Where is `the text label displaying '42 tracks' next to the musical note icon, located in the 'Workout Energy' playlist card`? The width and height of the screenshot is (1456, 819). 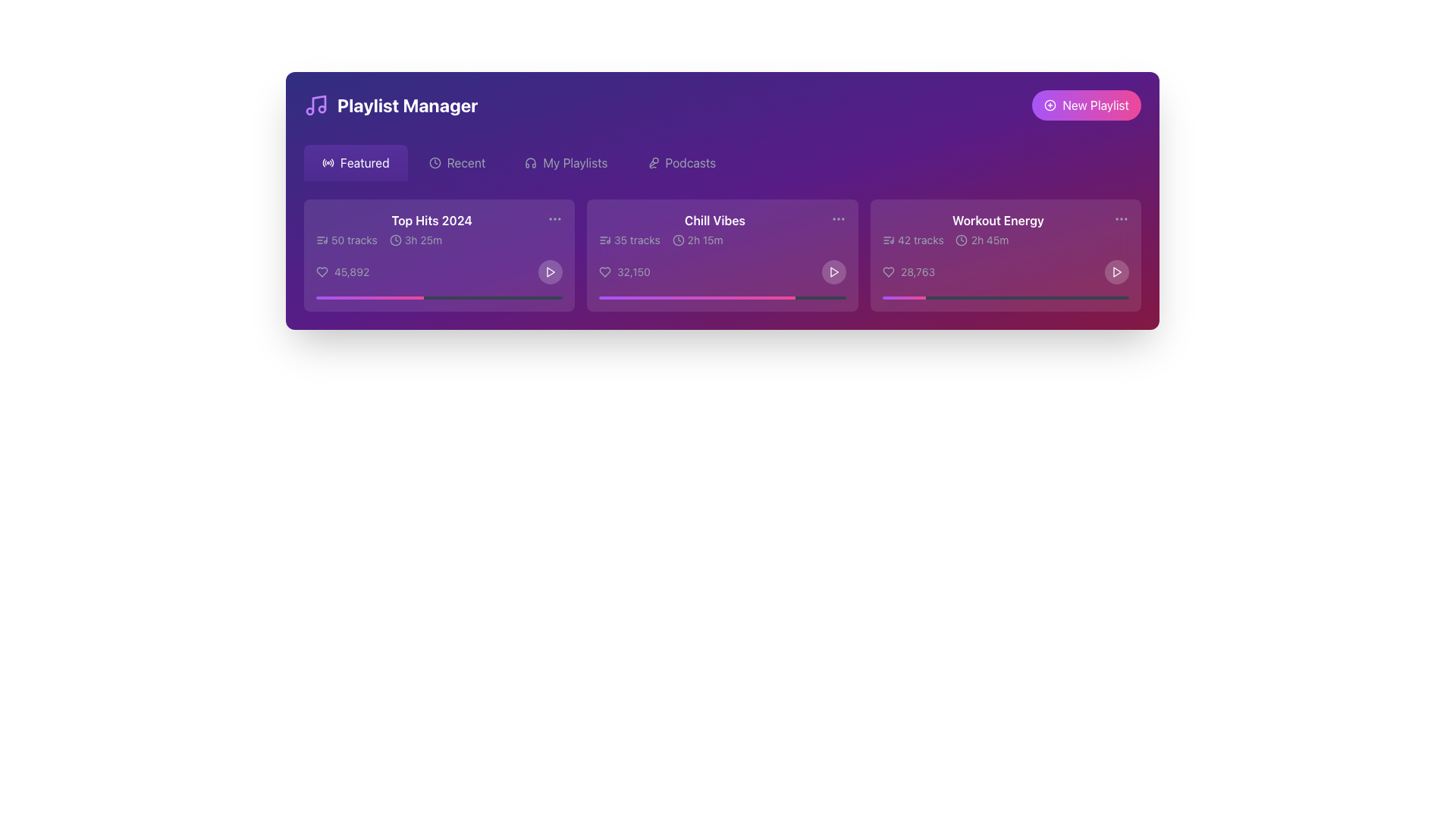
the text label displaying '42 tracks' next to the musical note icon, located in the 'Workout Energy' playlist card is located at coordinates (912, 239).